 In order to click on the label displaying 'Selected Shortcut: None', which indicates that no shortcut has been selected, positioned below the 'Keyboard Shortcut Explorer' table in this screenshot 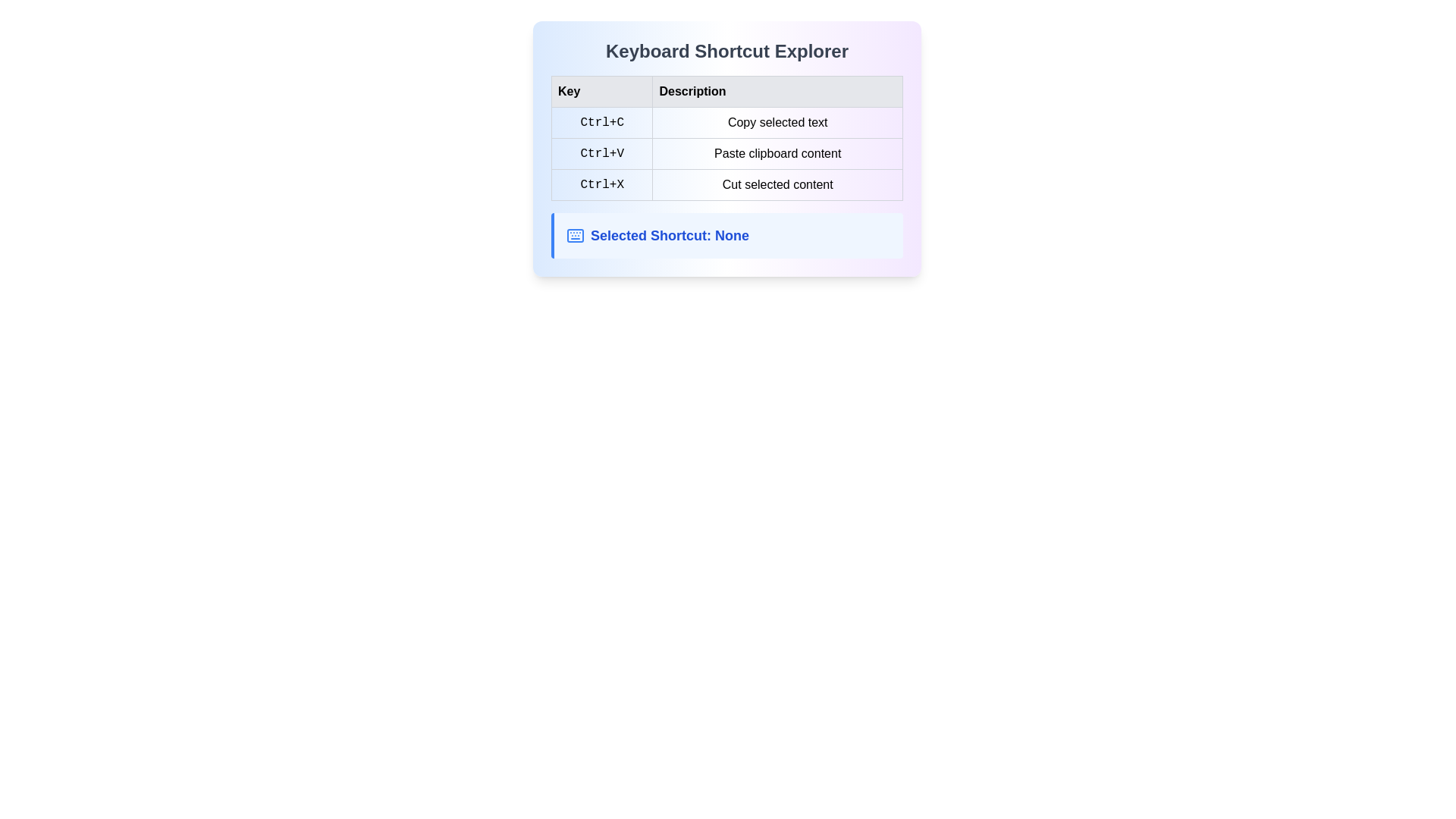, I will do `click(732, 236)`.